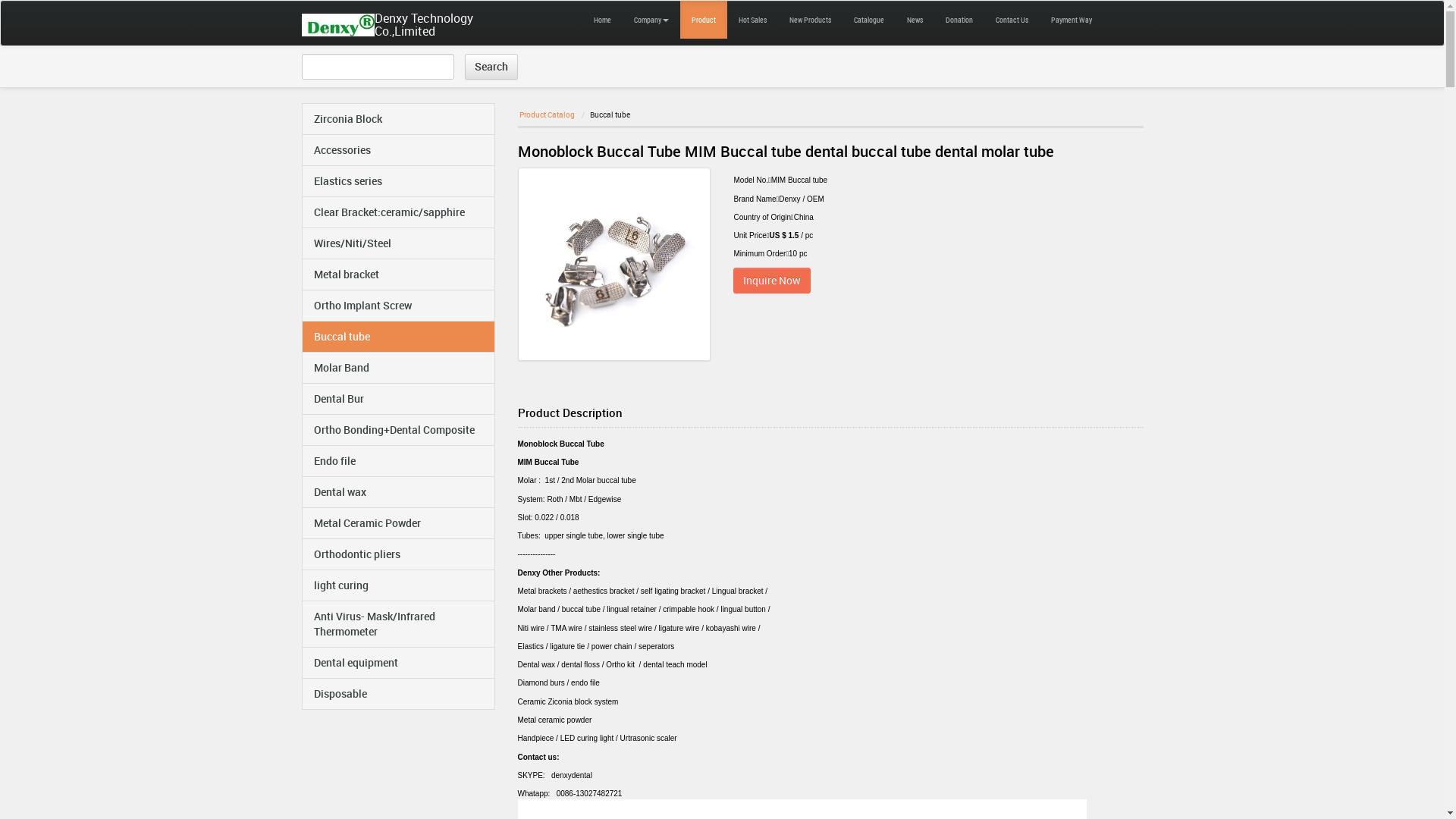 Image resolution: width=1456 pixels, height=819 pixels. What do you see at coordinates (771, 281) in the screenshot?
I see `'Inquire Now'` at bounding box center [771, 281].